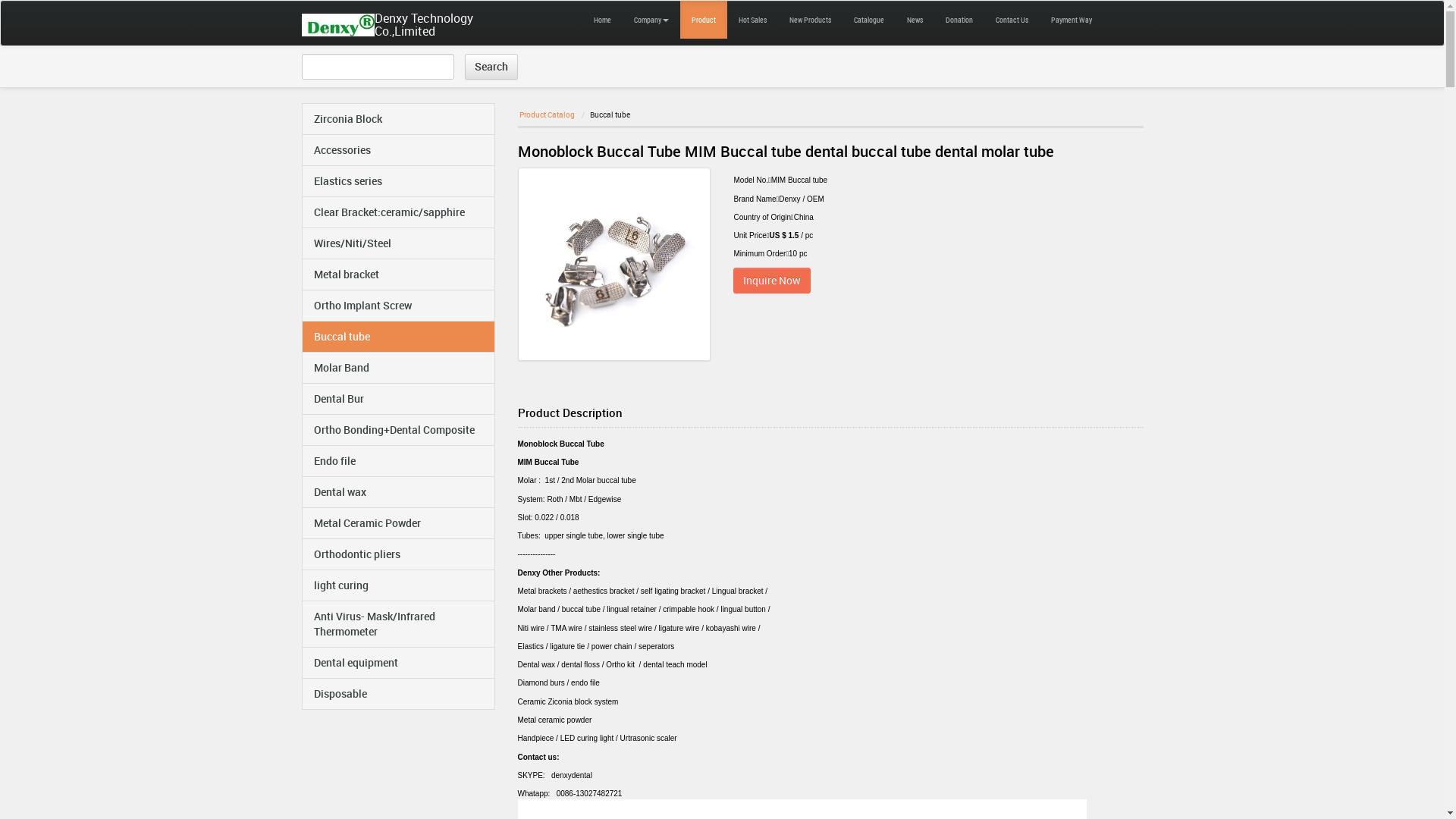 Image resolution: width=1456 pixels, height=819 pixels. What do you see at coordinates (771, 281) in the screenshot?
I see `'Inquire Now'` at bounding box center [771, 281].